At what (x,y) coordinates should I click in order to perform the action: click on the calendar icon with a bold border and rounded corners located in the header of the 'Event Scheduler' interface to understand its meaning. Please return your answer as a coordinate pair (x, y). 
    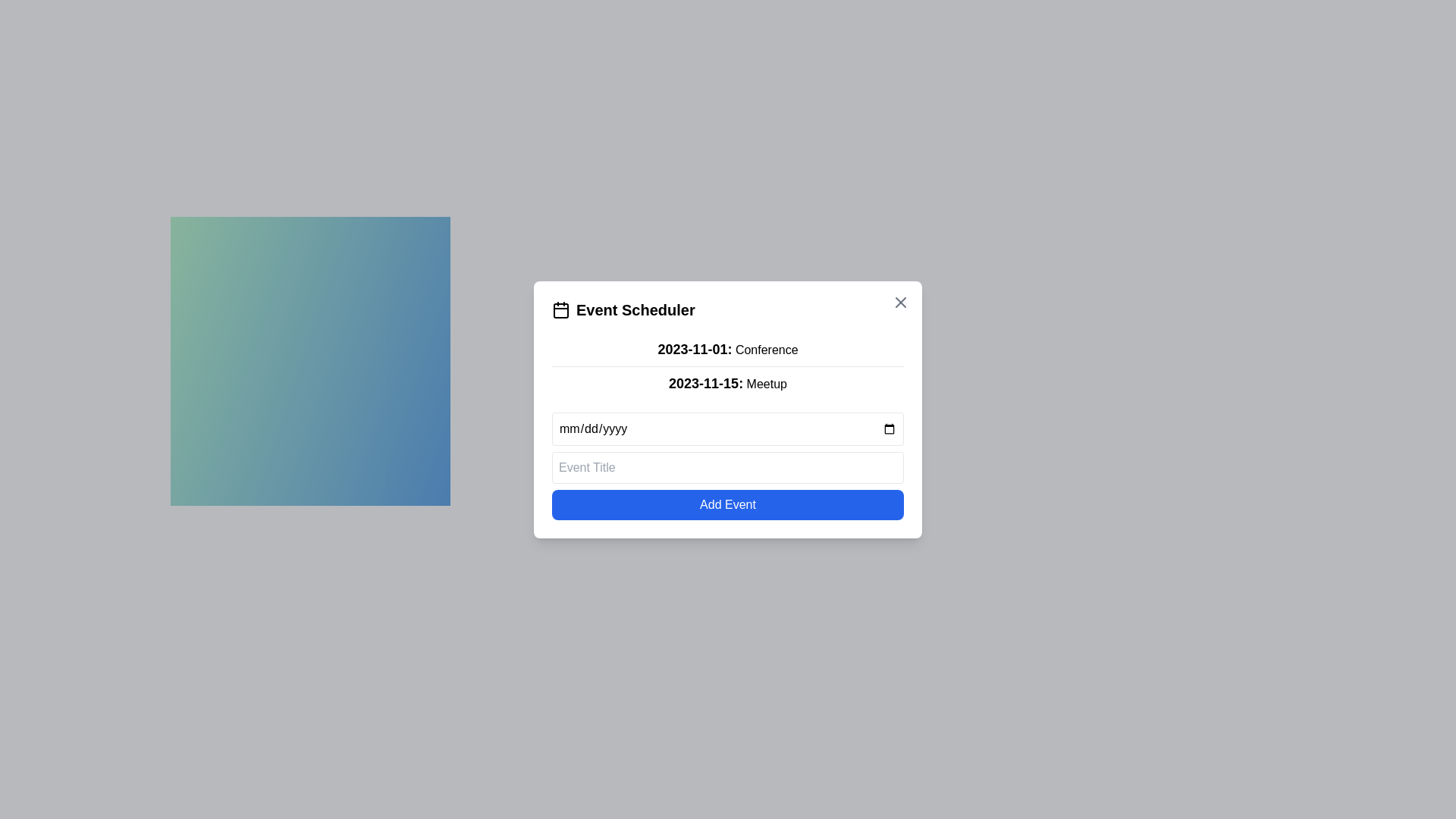
    Looking at the image, I should click on (560, 309).